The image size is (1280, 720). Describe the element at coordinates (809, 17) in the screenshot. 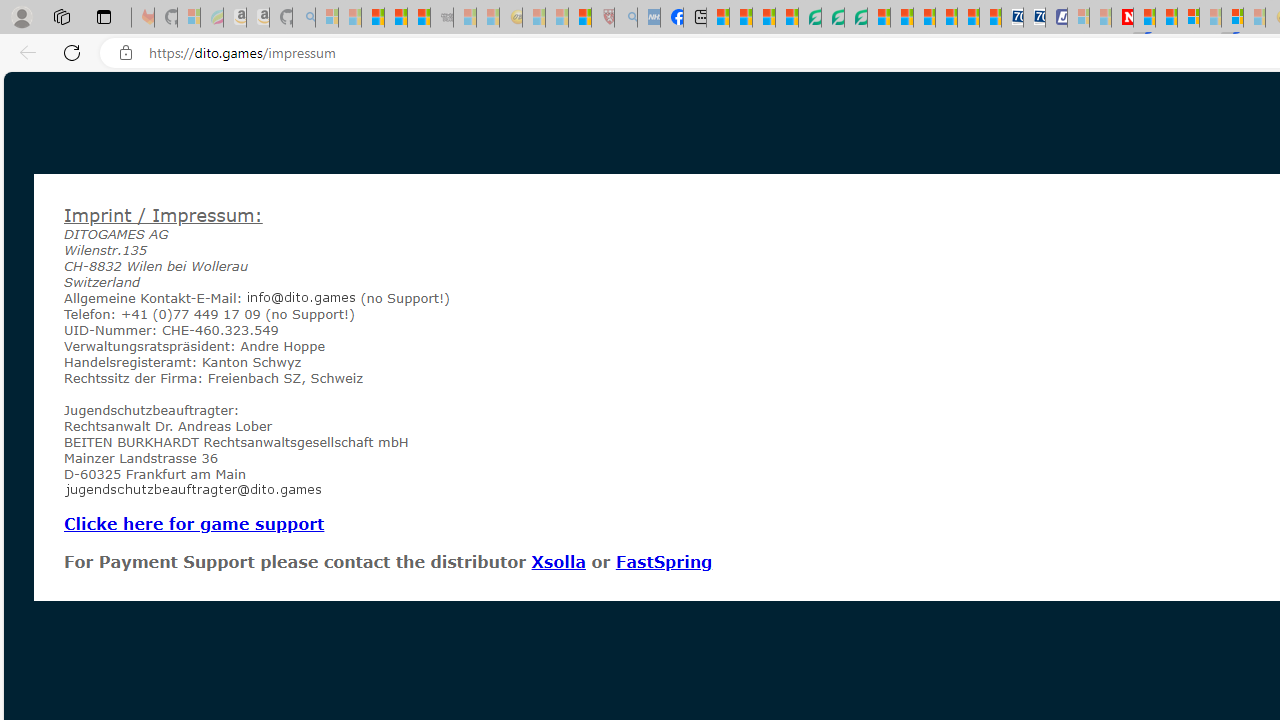

I see `'LendingTree - Compare Lenders'` at that location.